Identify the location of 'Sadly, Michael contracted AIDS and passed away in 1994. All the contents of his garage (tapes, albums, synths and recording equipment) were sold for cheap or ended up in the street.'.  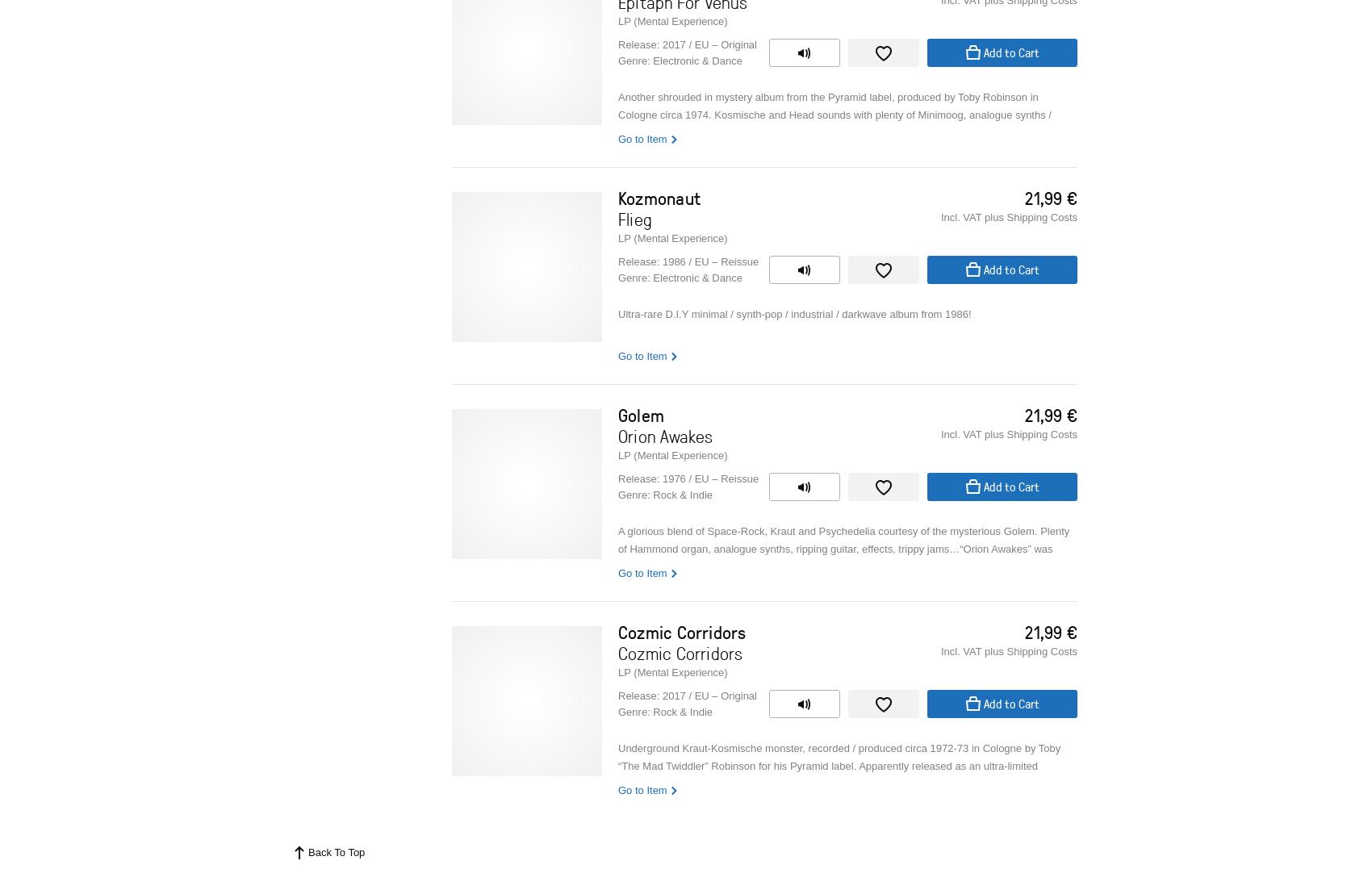
(839, 535).